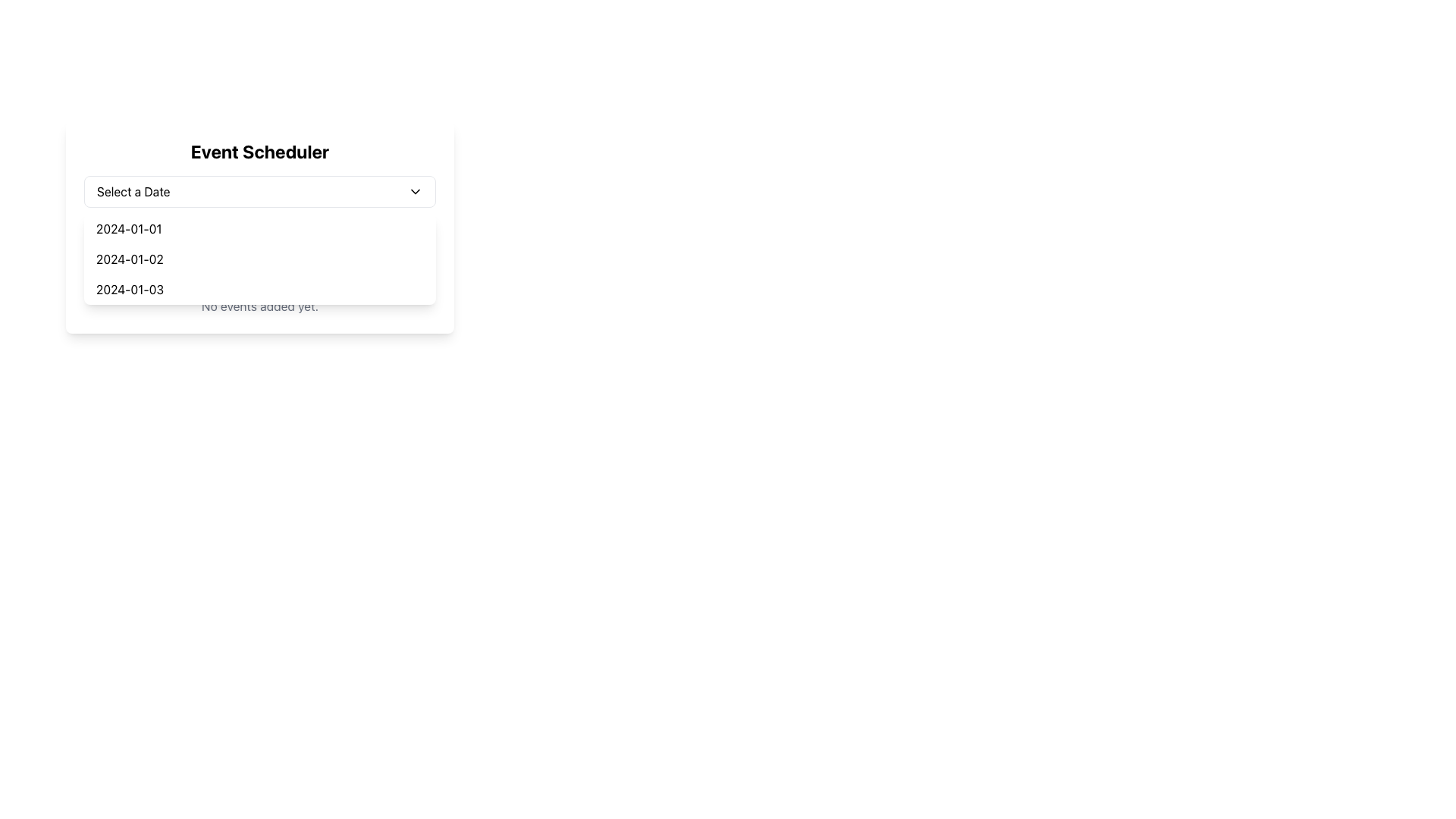 Image resolution: width=1456 pixels, height=819 pixels. Describe the element at coordinates (259, 306) in the screenshot. I see `static text displaying 'No events added yet.' located below the 'Scheduled Events' header` at that location.